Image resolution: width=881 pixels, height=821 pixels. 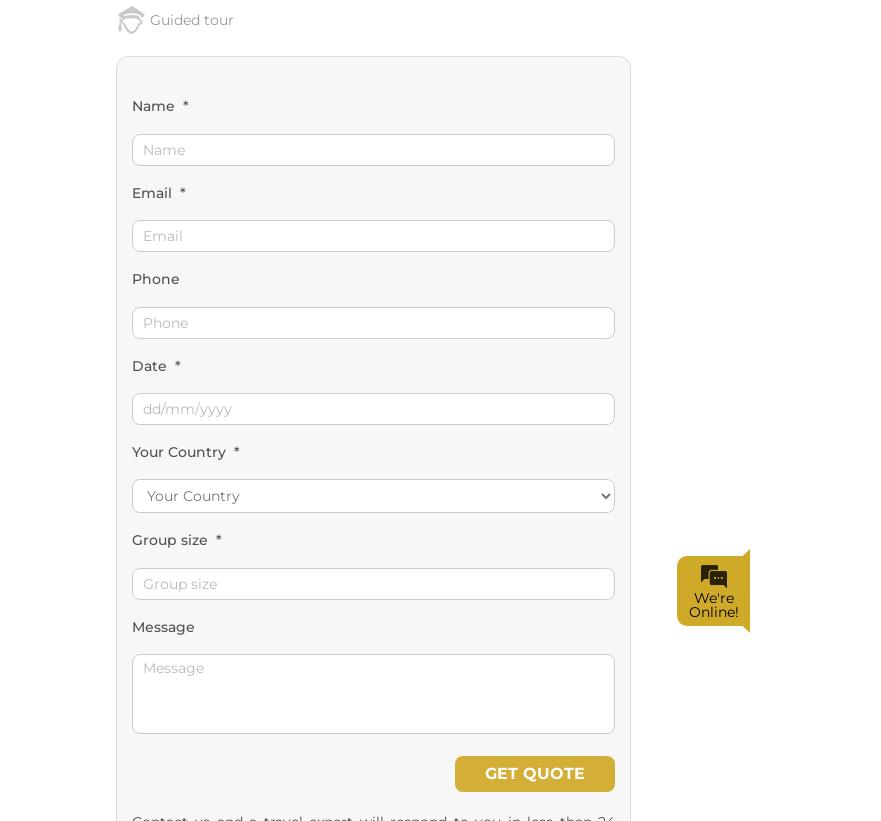 What do you see at coordinates (131, 420) in the screenshot?
I see `'Contact us and a travel expert will respond to you in less than 24 hours (working days)'` at bounding box center [131, 420].